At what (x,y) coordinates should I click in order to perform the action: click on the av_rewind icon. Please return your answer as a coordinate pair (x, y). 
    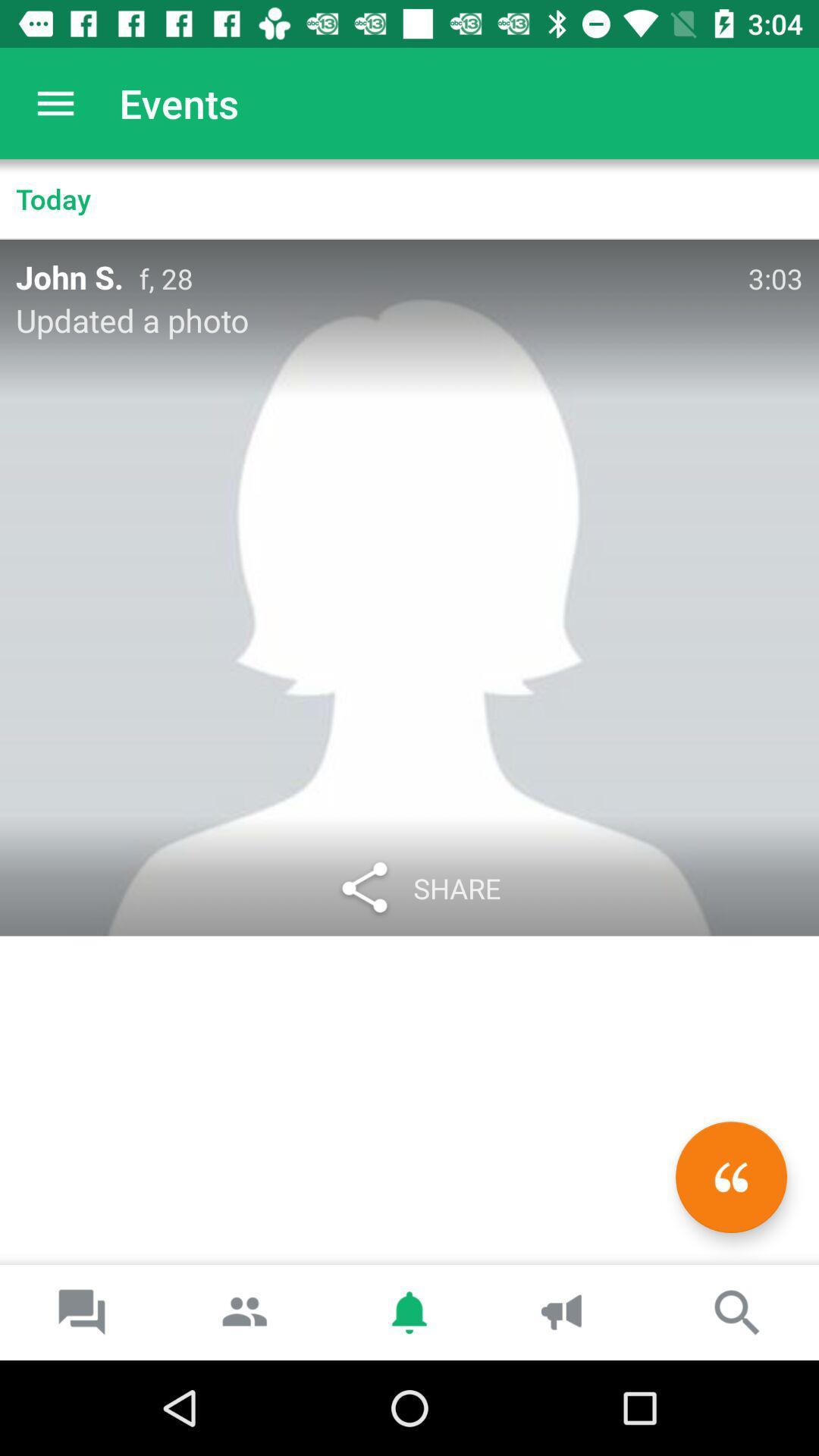
    Looking at the image, I should click on (730, 1176).